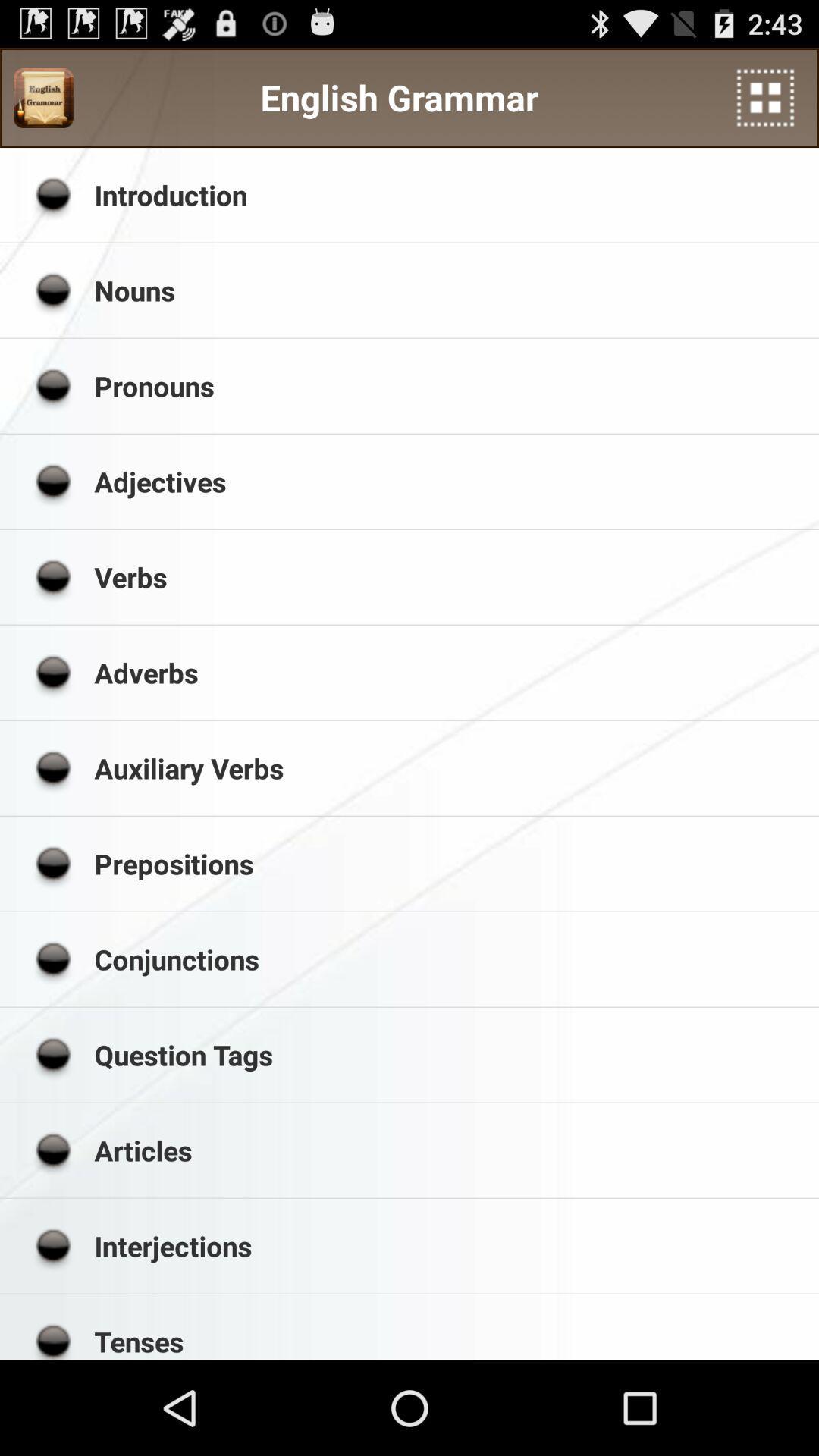  Describe the element at coordinates (450, 290) in the screenshot. I see `icon below the introduction item` at that location.